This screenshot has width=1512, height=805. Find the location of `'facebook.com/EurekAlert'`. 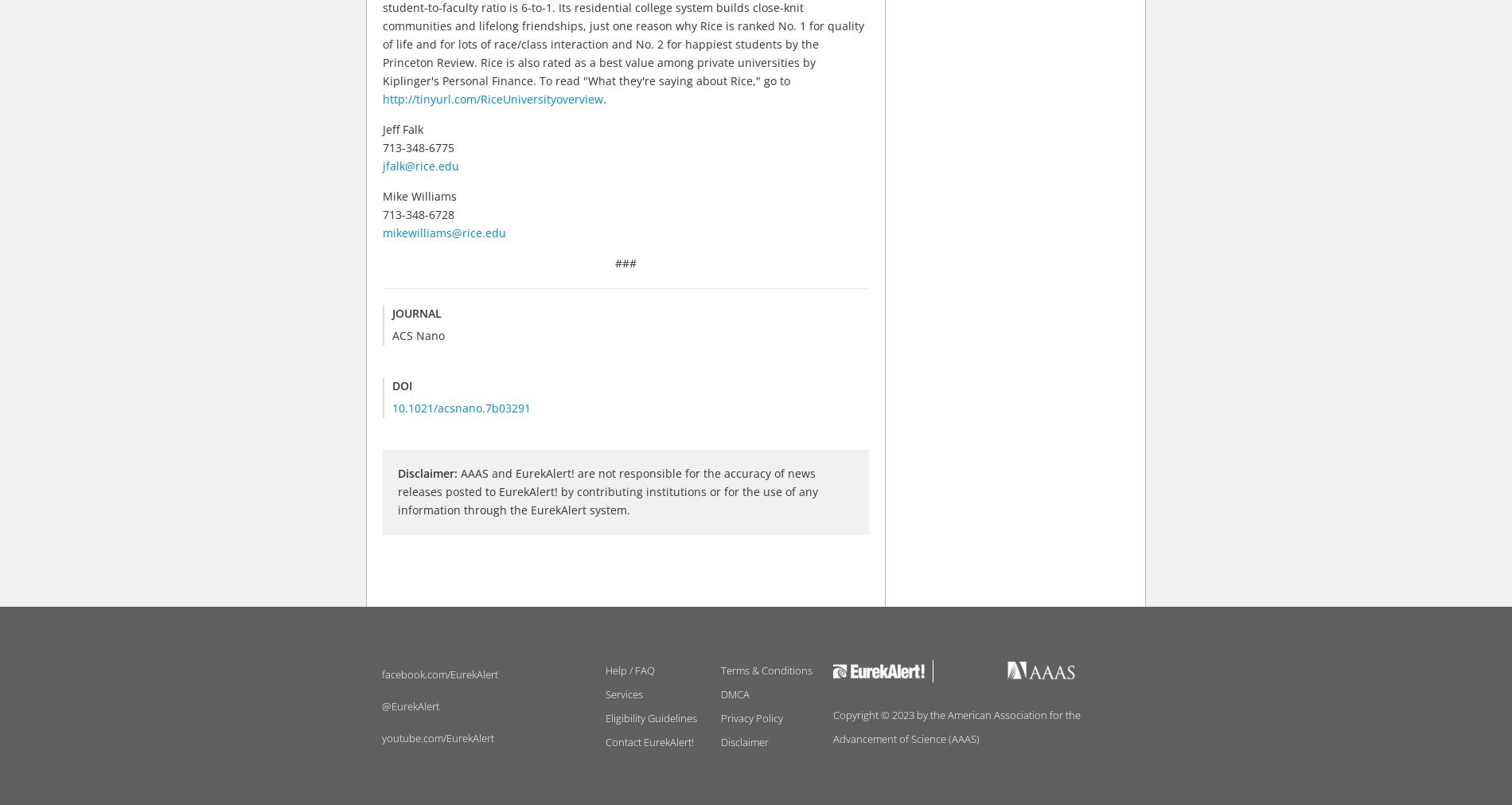

'facebook.com/EurekAlert' is located at coordinates (440, 674).